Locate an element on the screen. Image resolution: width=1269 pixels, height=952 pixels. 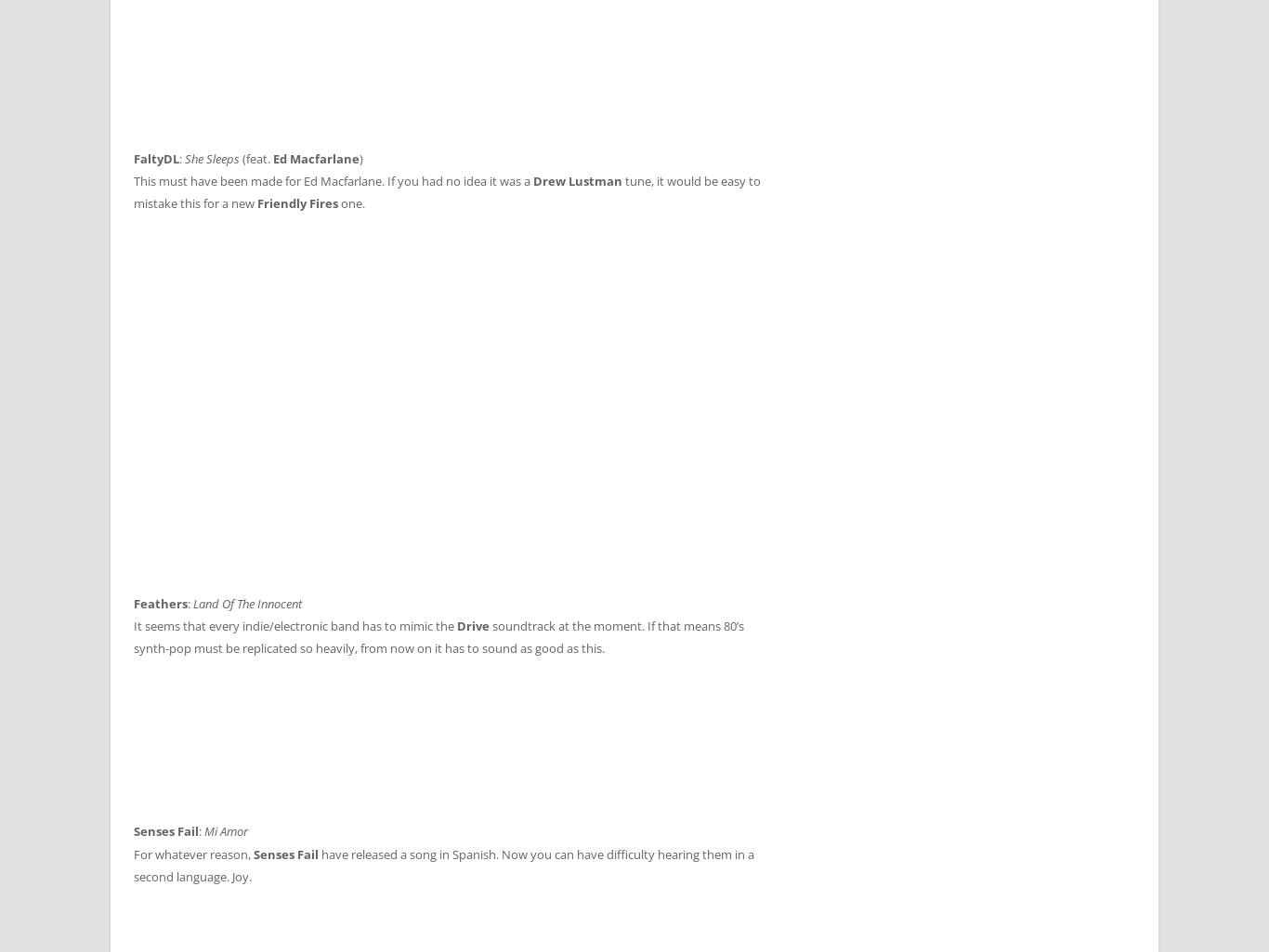
'have released a song in Spanish. Now you can have difficulty hearing them in a second language. Joy.' is located at coordinates (443, 864).